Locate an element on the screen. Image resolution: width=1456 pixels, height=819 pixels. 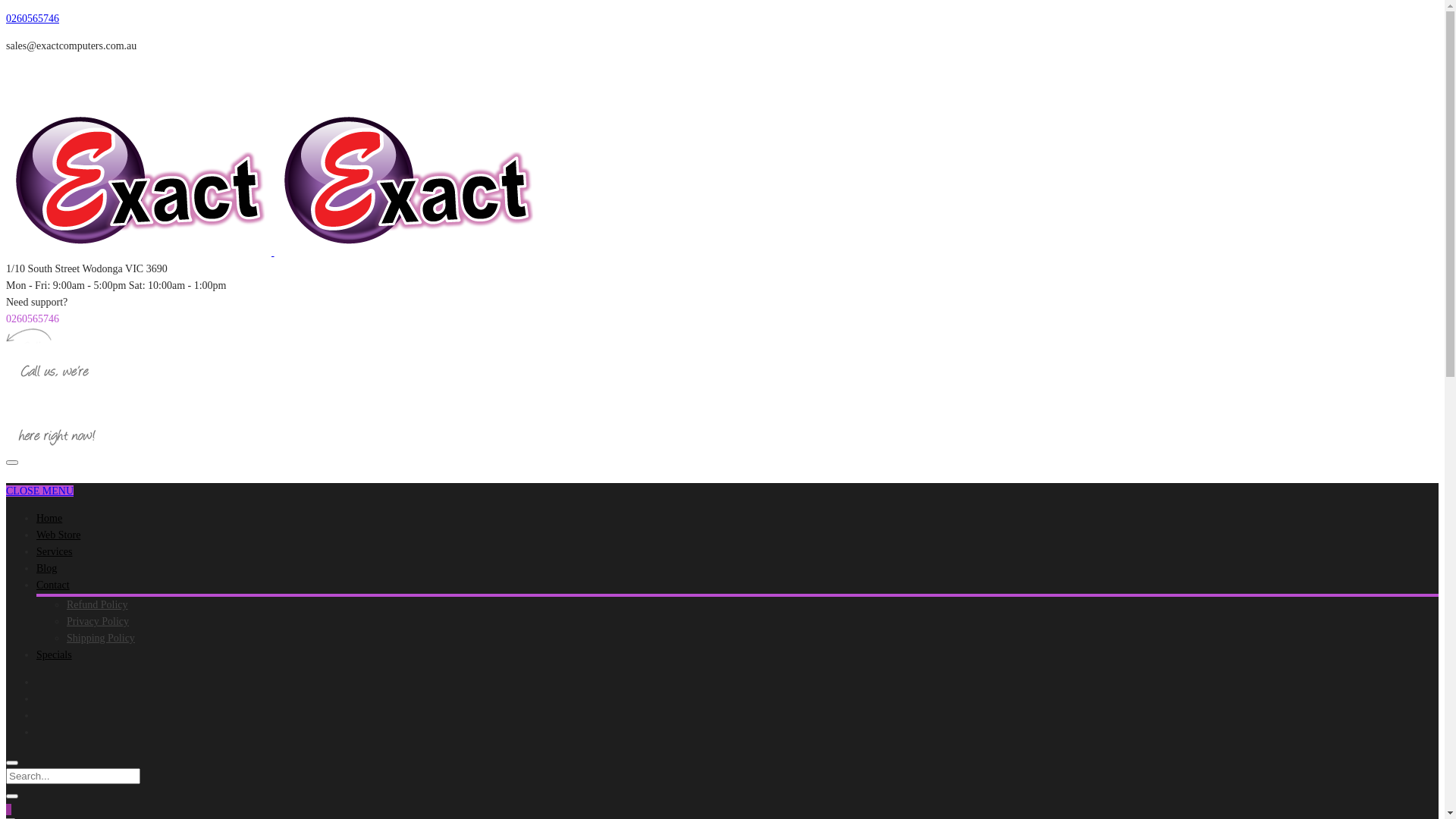
'Specials' is located at coordinates (54, 654).